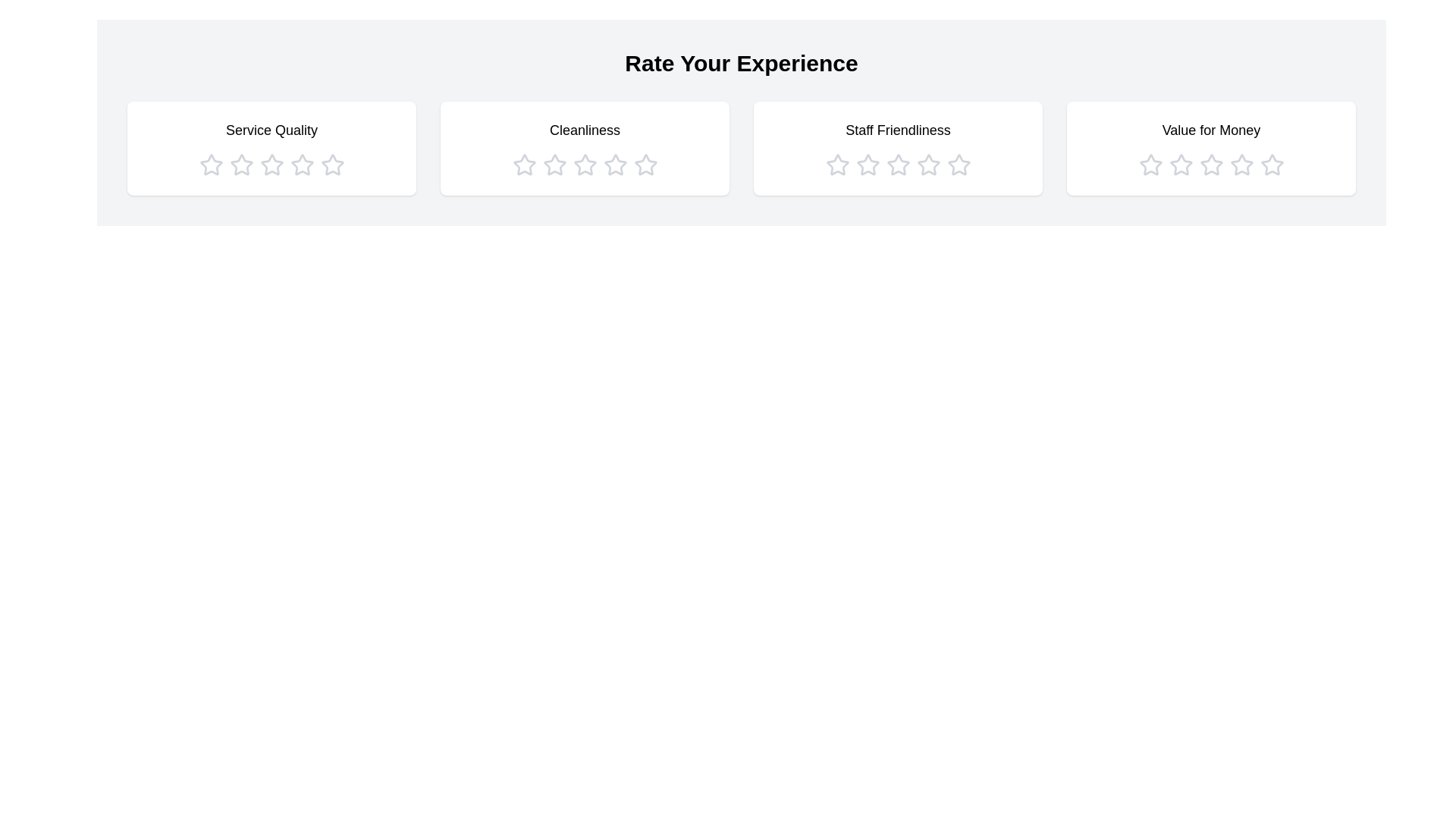 This screenshot has height=819, width=1456. Describe the element at coordinates (645, 165) in the screenshot. I see `the star icon corresponding to 5 stars in the category Cleanliness` at that location.